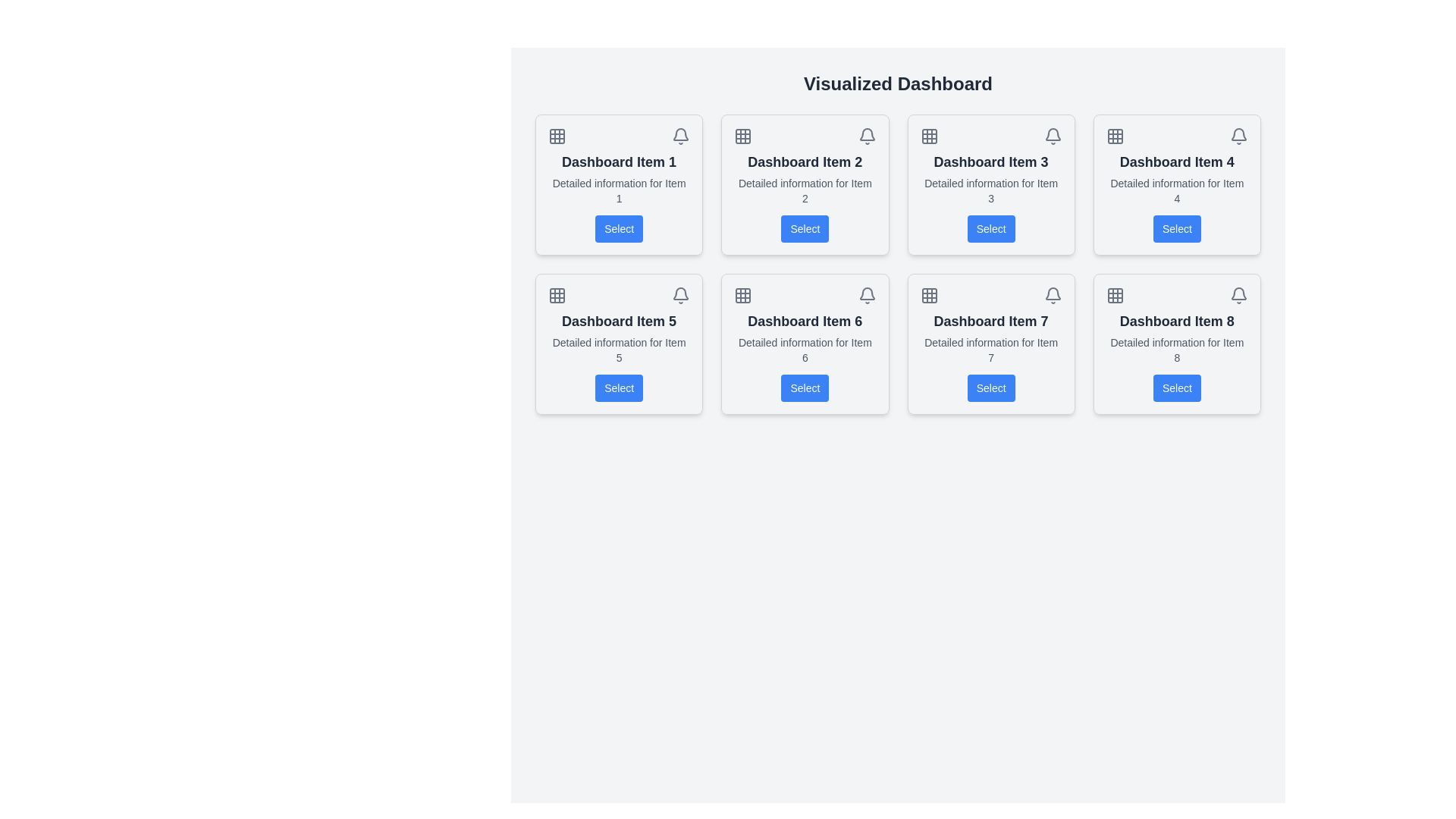 The width and height of the screenshot is (1456, 819). Describe the element at coordinates (804, 388) in the screenshot. I see `the button located at the bottom of the card labeled 'Dashboard Item 6'` at that location.